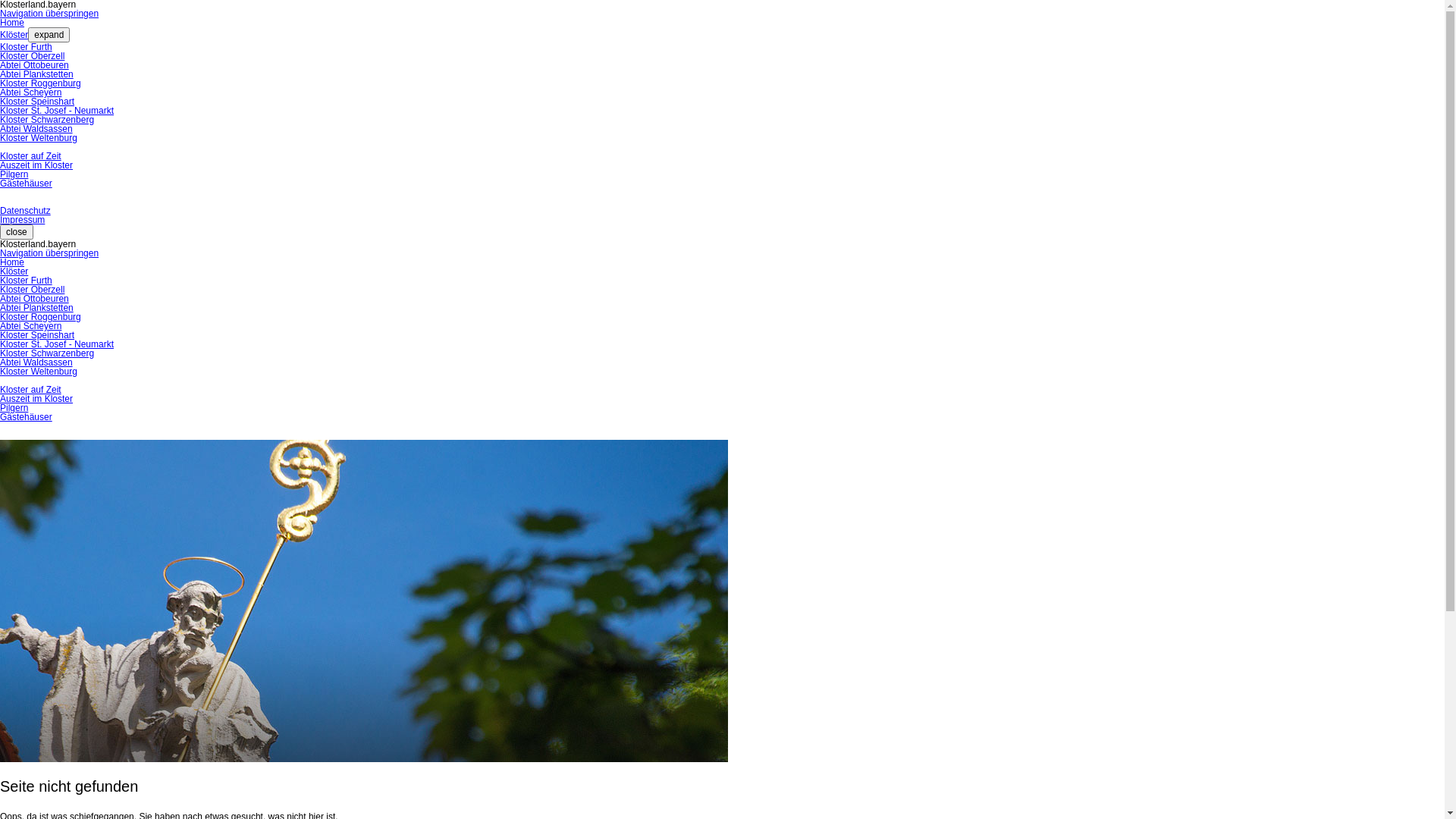 The width and height of the screenshot is (1456, 819). Describe the element at coordinates (0, 74) in the screenshot. I see `'Abtei Plankstetten'` at that location.